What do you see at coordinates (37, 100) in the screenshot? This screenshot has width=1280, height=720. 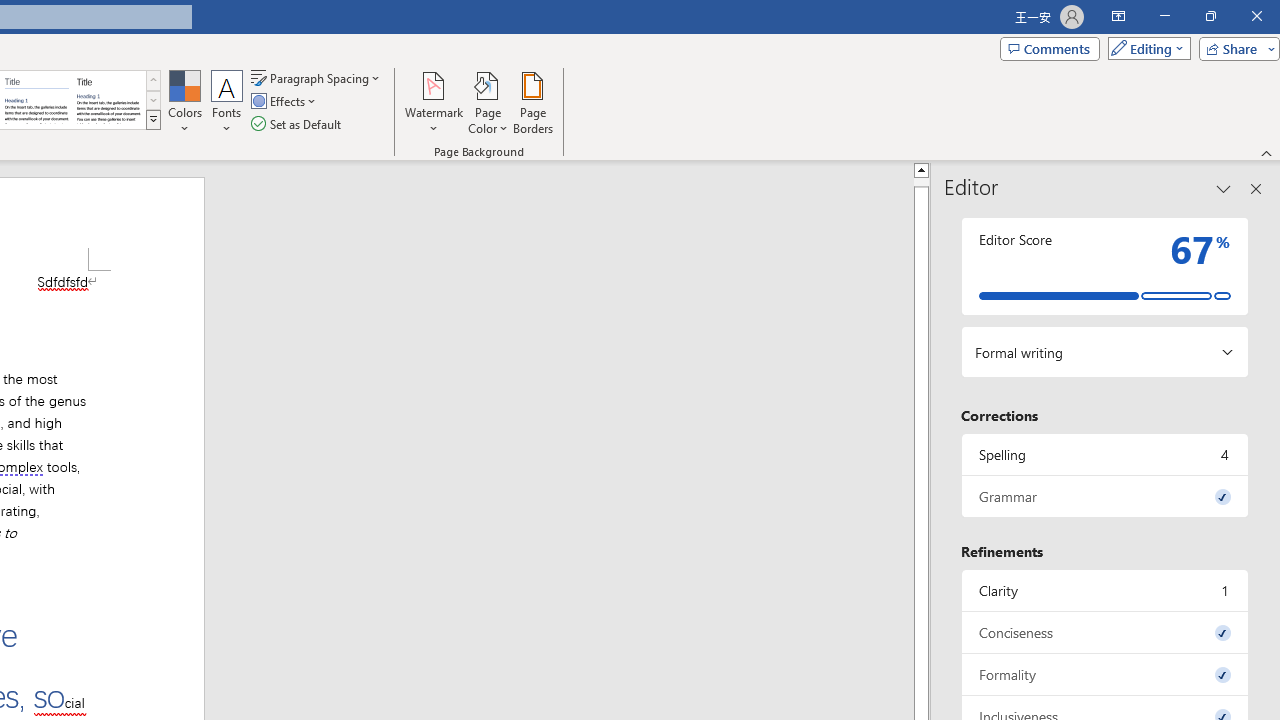 I see `'Word 2010'` at bounding box center [37, 100].